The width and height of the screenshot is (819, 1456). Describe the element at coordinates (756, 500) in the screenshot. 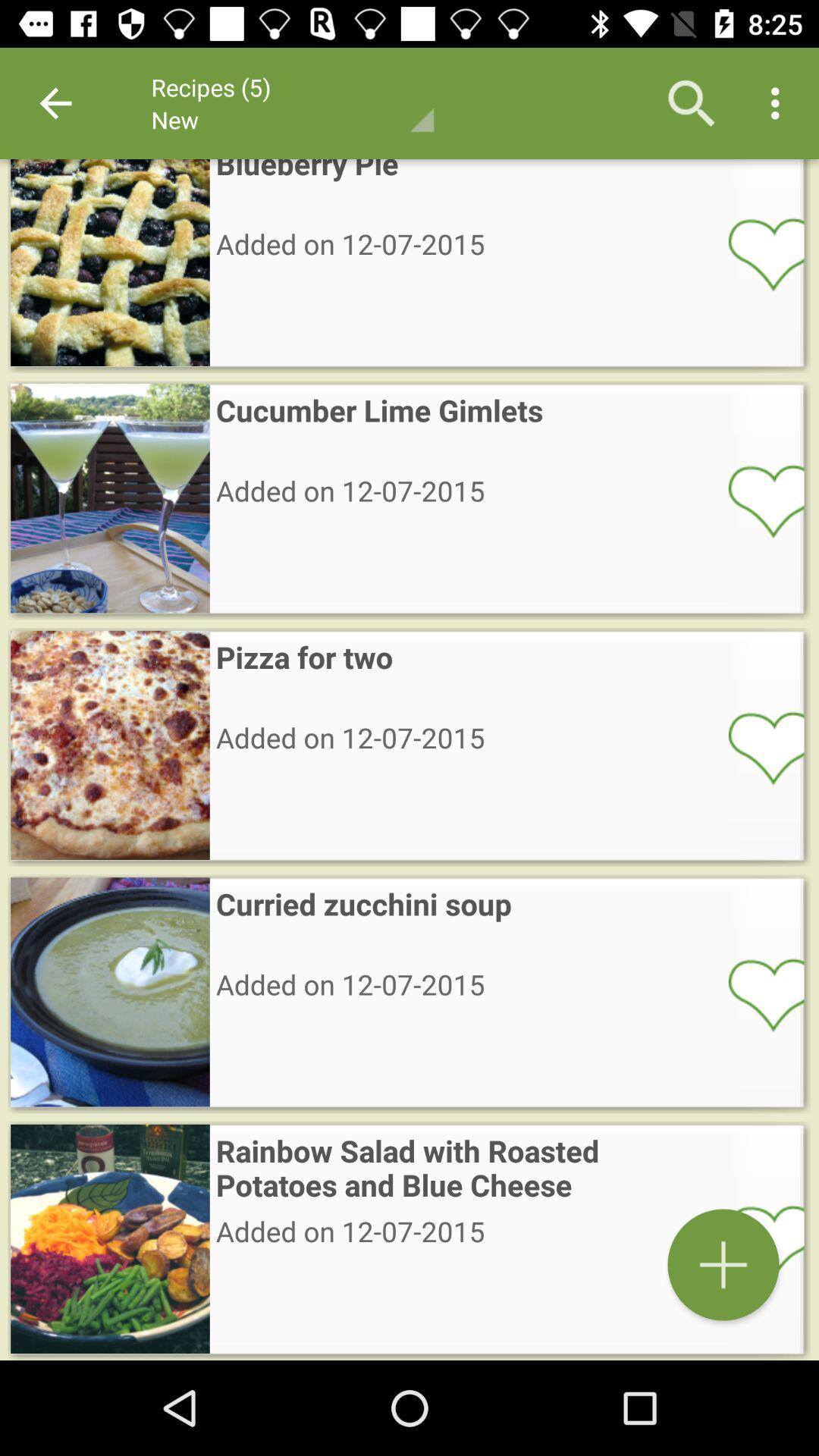

I see `share the article` at that location.